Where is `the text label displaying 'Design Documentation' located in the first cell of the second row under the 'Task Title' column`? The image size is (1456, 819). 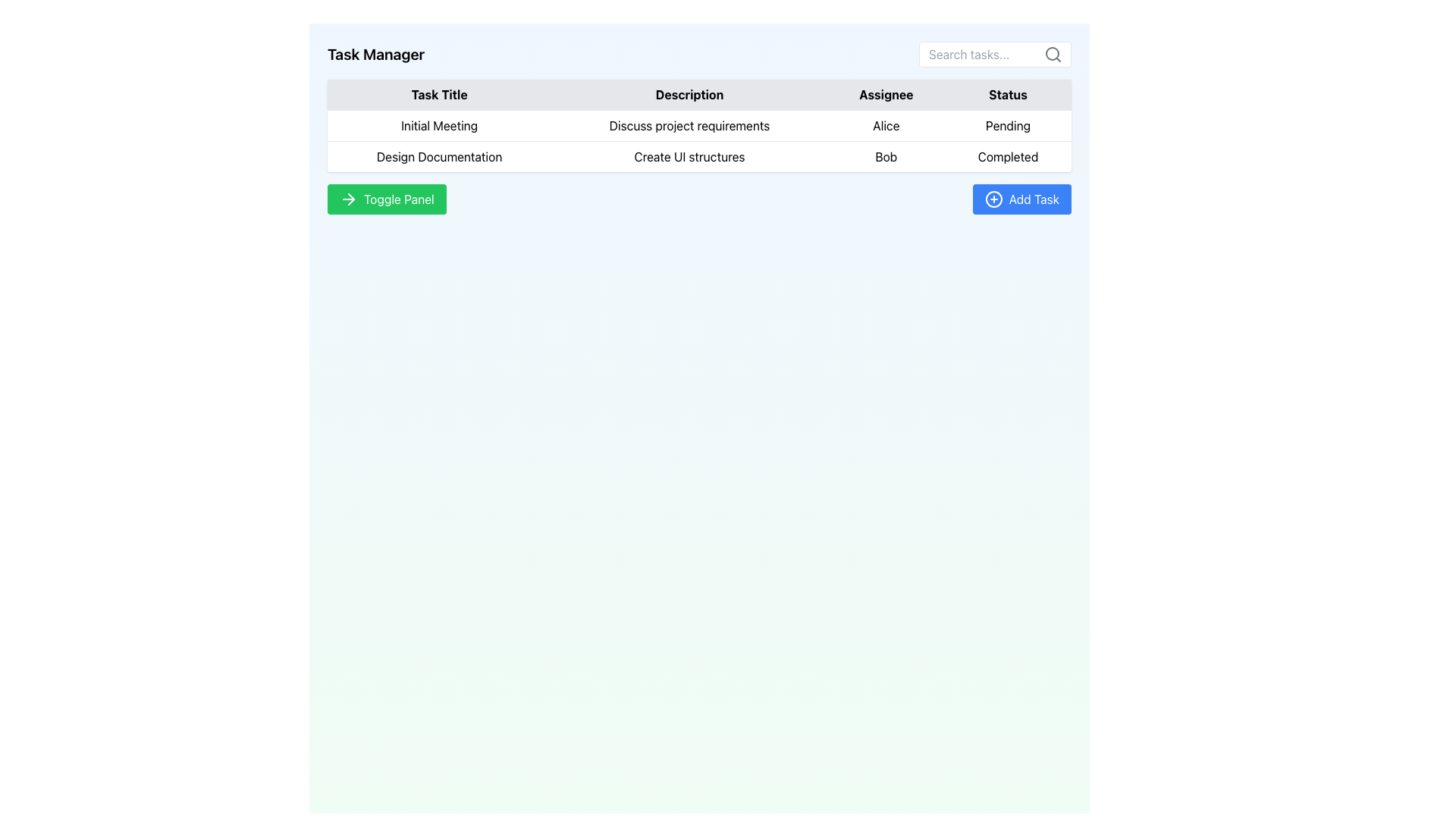 the text label displaying 'Design Documentation' located in the first cell of the second row under the 'Task Title' column is located at coordinates (438, 156).